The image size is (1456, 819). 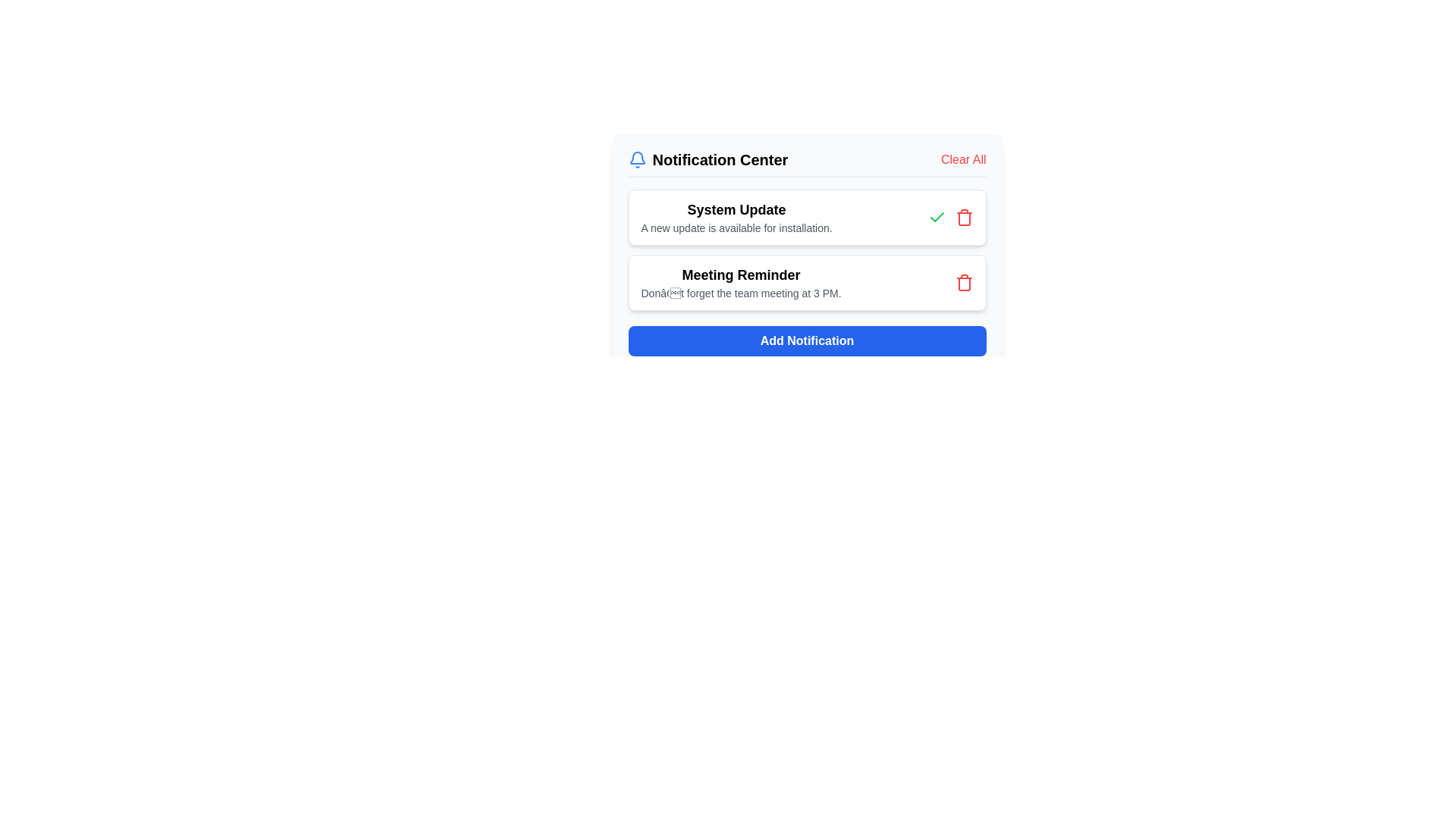 I want to click on the 'Add Notification' button, which is a rounded button with a bold white label on a blue background located at the bottom of the notification panel, so click(x=806, y=341).